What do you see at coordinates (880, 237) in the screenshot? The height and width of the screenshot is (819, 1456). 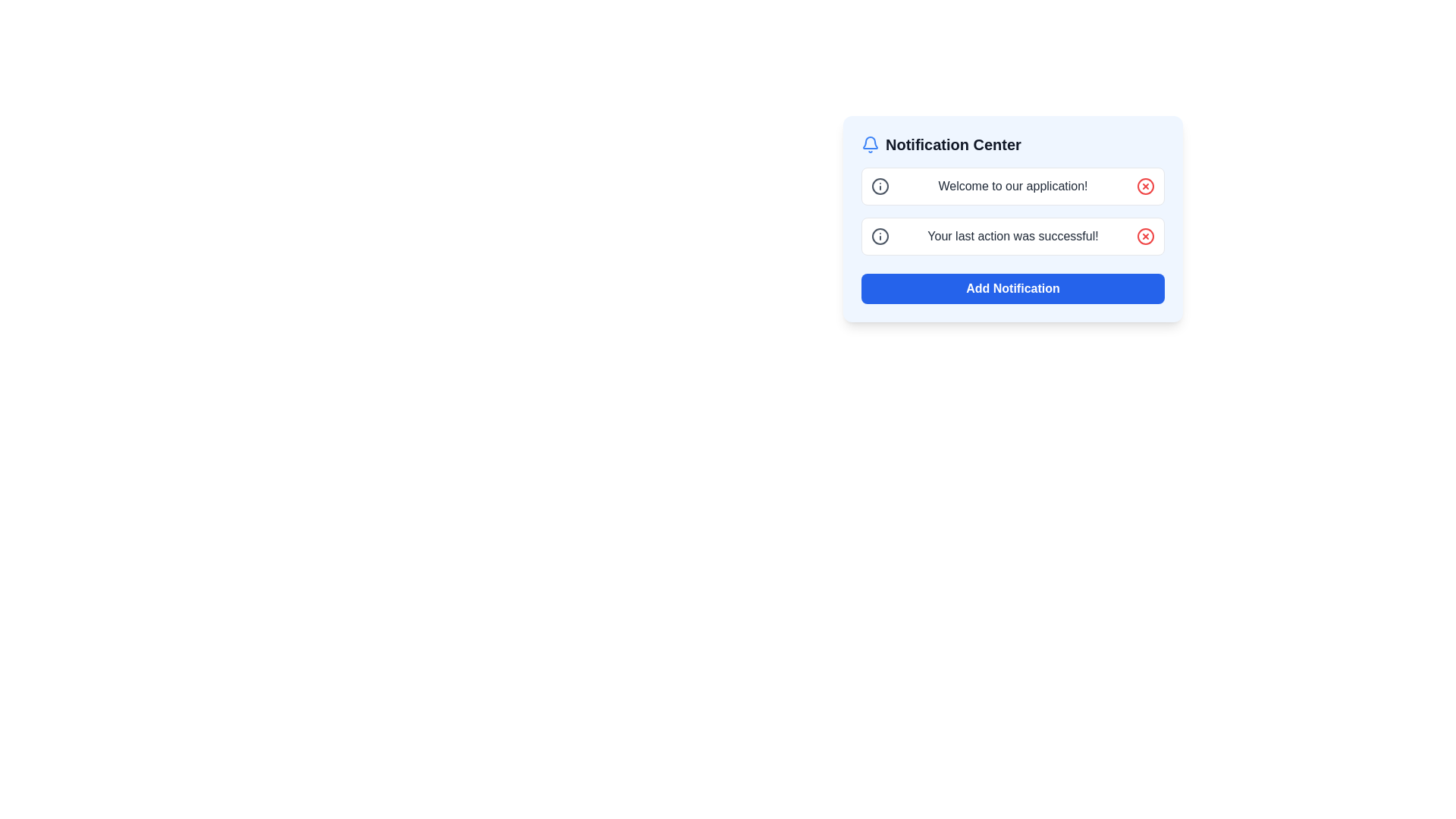 I see `the informational icon located near the beginning of the second notification box, just left of the text 'Your last action was successful!'` at bounding box center [880, 237].